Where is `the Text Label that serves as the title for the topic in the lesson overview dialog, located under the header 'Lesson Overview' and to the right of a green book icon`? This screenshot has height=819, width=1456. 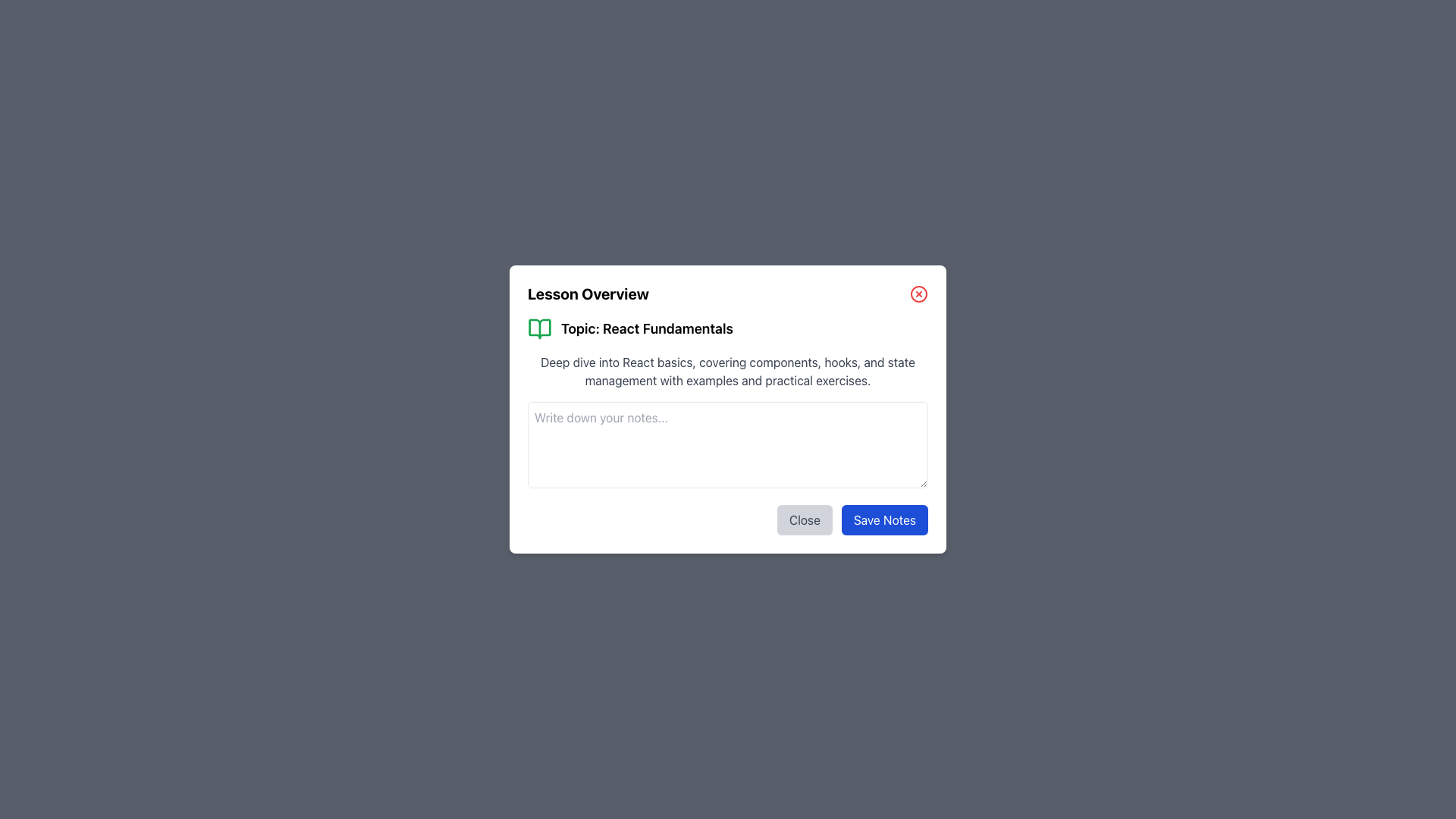
the Text Label that serves as the title for the topic in the lesson overview dialog, located under the header 'Lesson Overview' and to the right of a green book icon is located at coordinates (647, 328).